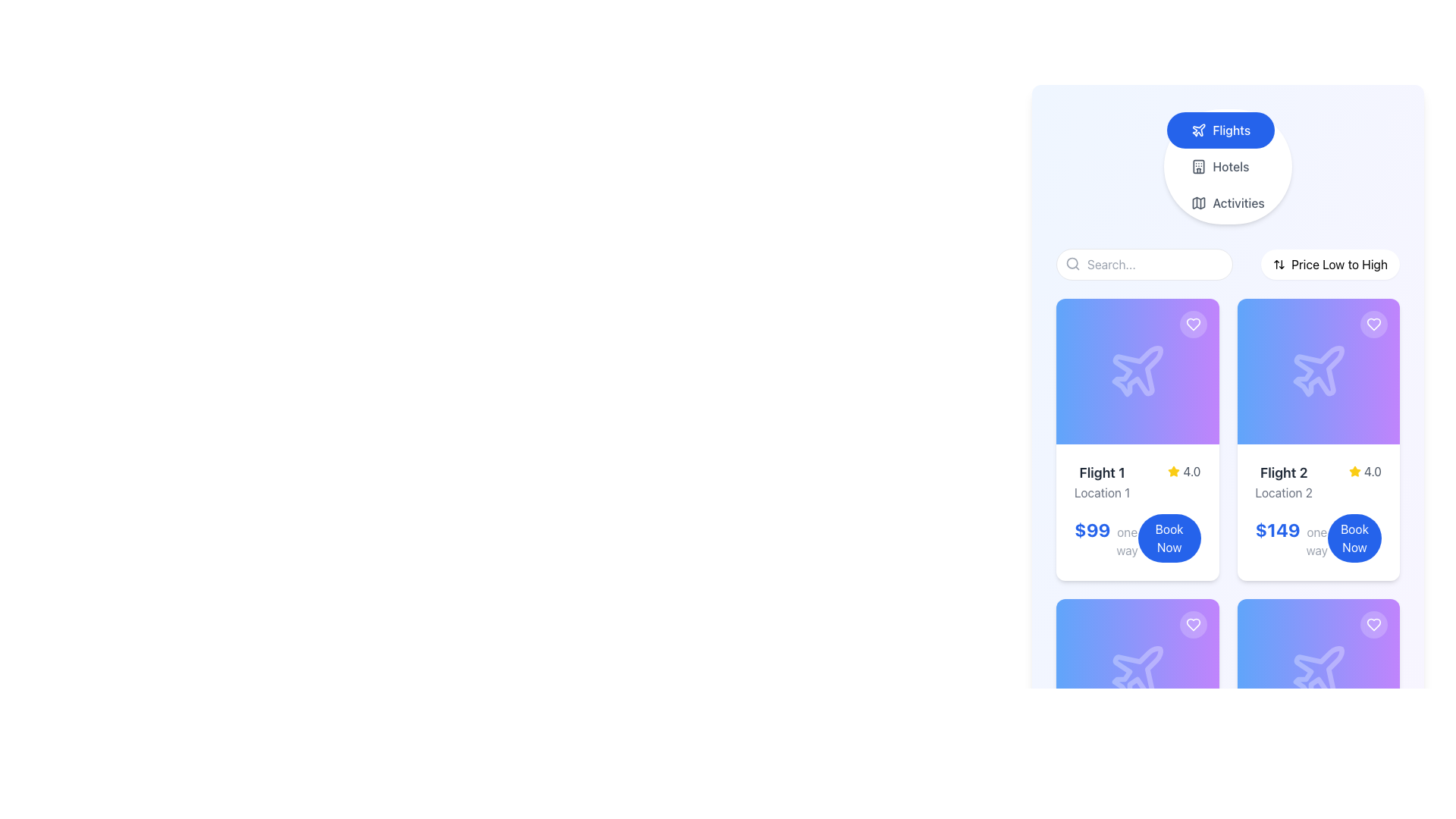 The image size is (1456, 819). I want to click on the 'Book Now' button, which is a rounded rectangular button with a vivid blue background and white bold text, located at the bottom right of the flight information card, so click(1169, 537).